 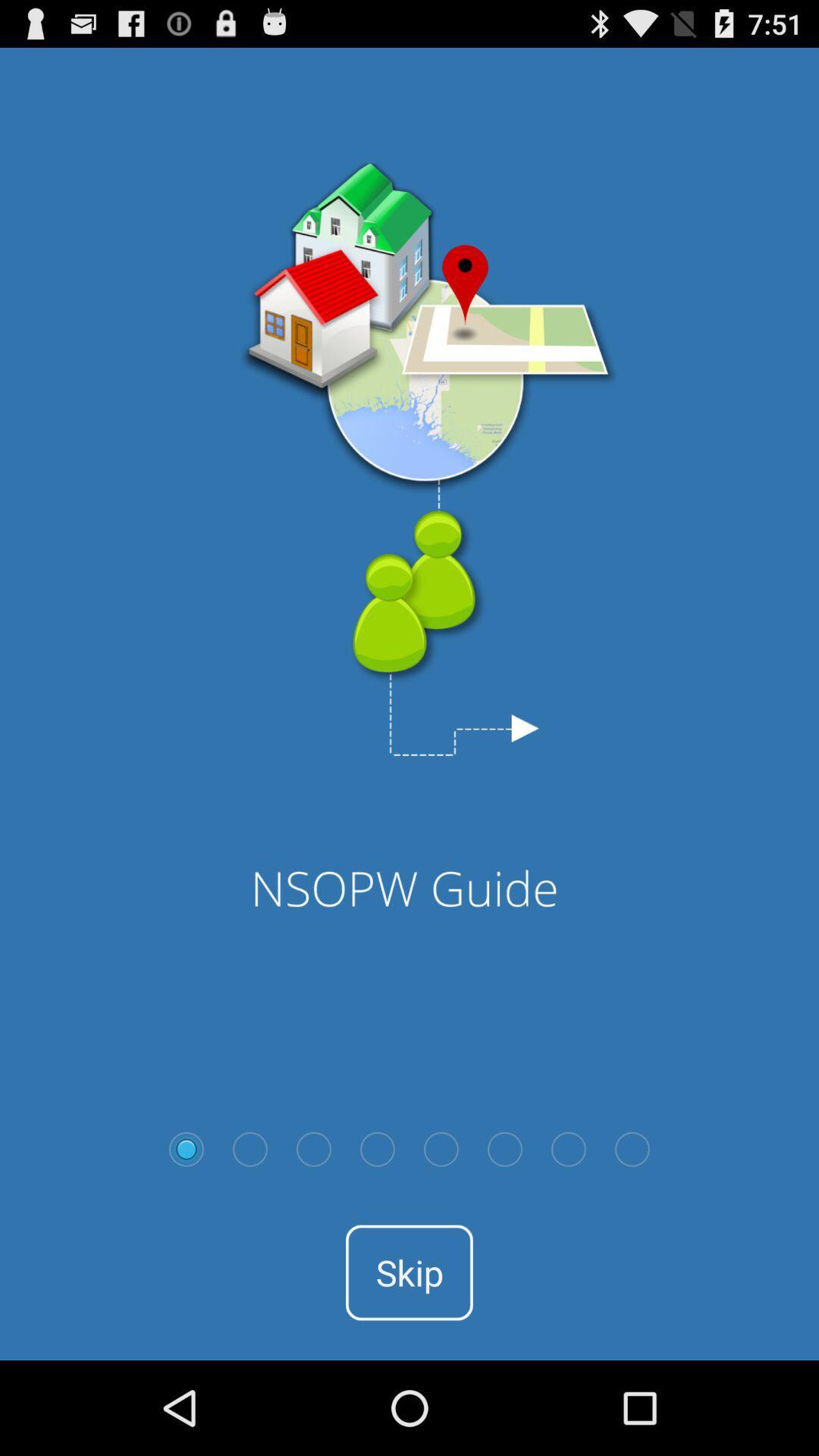 I want to click on the skip item, so click(x=409, y=1272).